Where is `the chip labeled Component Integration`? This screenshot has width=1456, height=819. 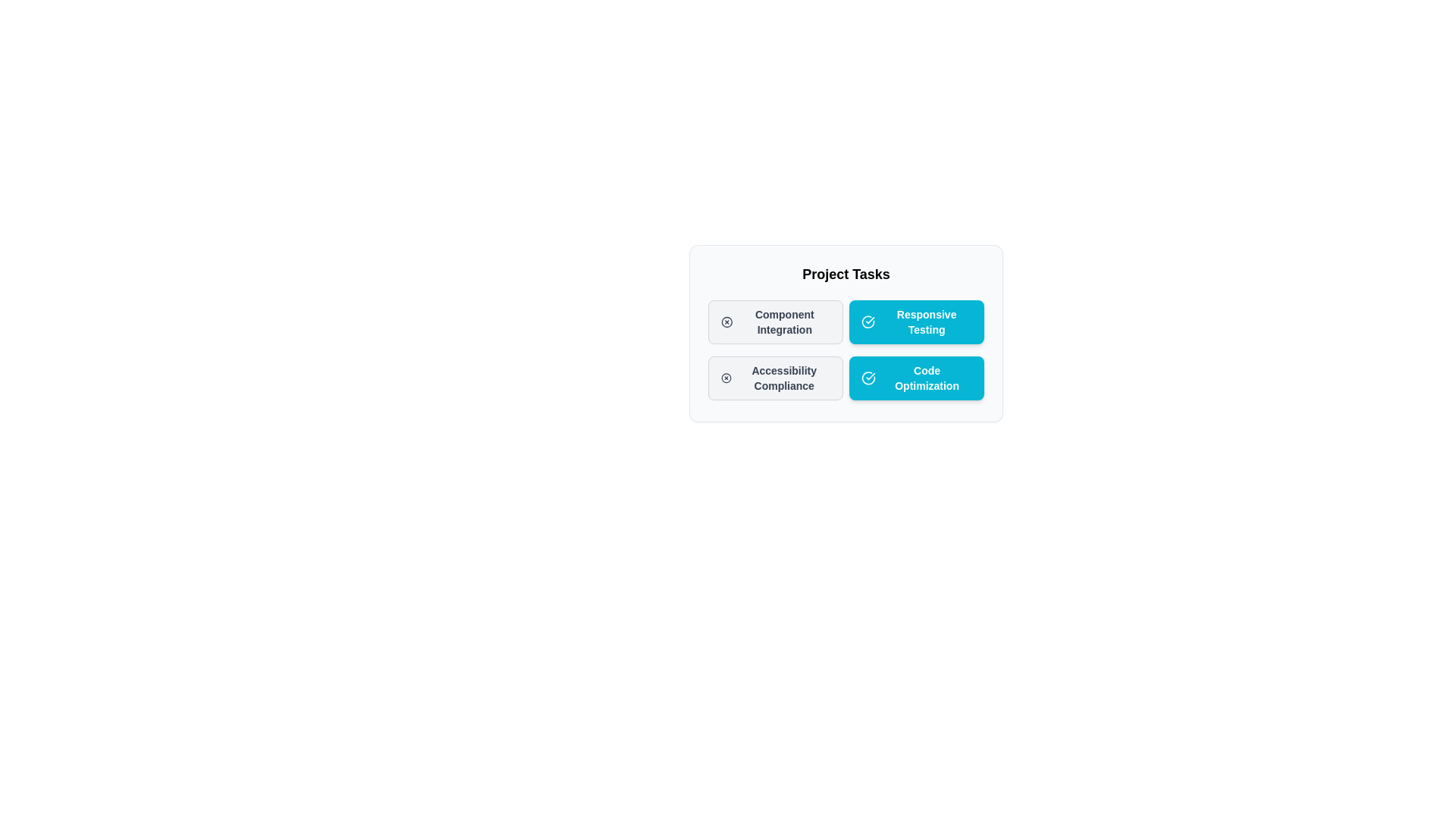
the chip labeled Component Integration is located at coordinates (775, 321).